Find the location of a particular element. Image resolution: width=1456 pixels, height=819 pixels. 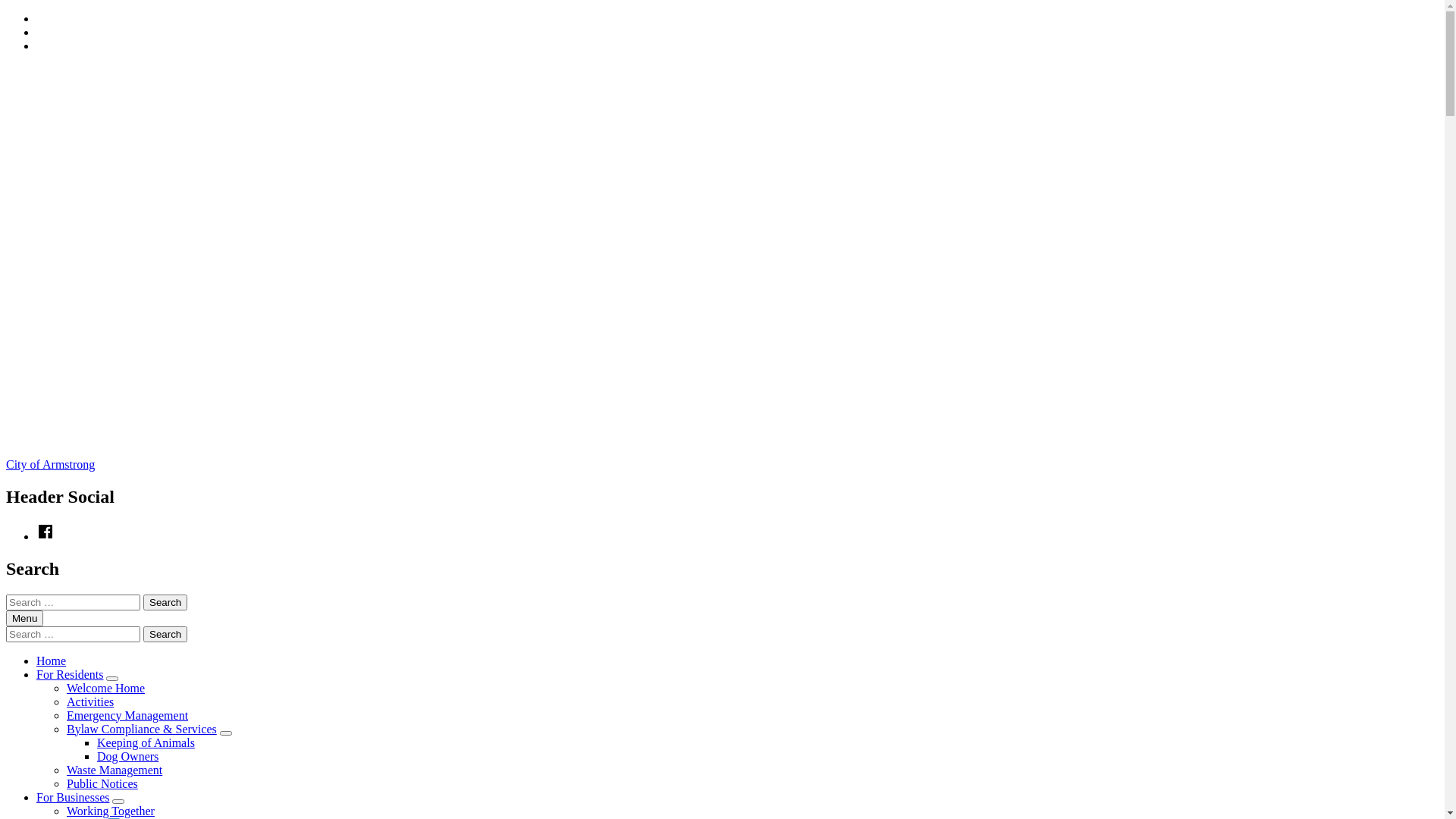

'Home' is located at coordinates (36, 660).